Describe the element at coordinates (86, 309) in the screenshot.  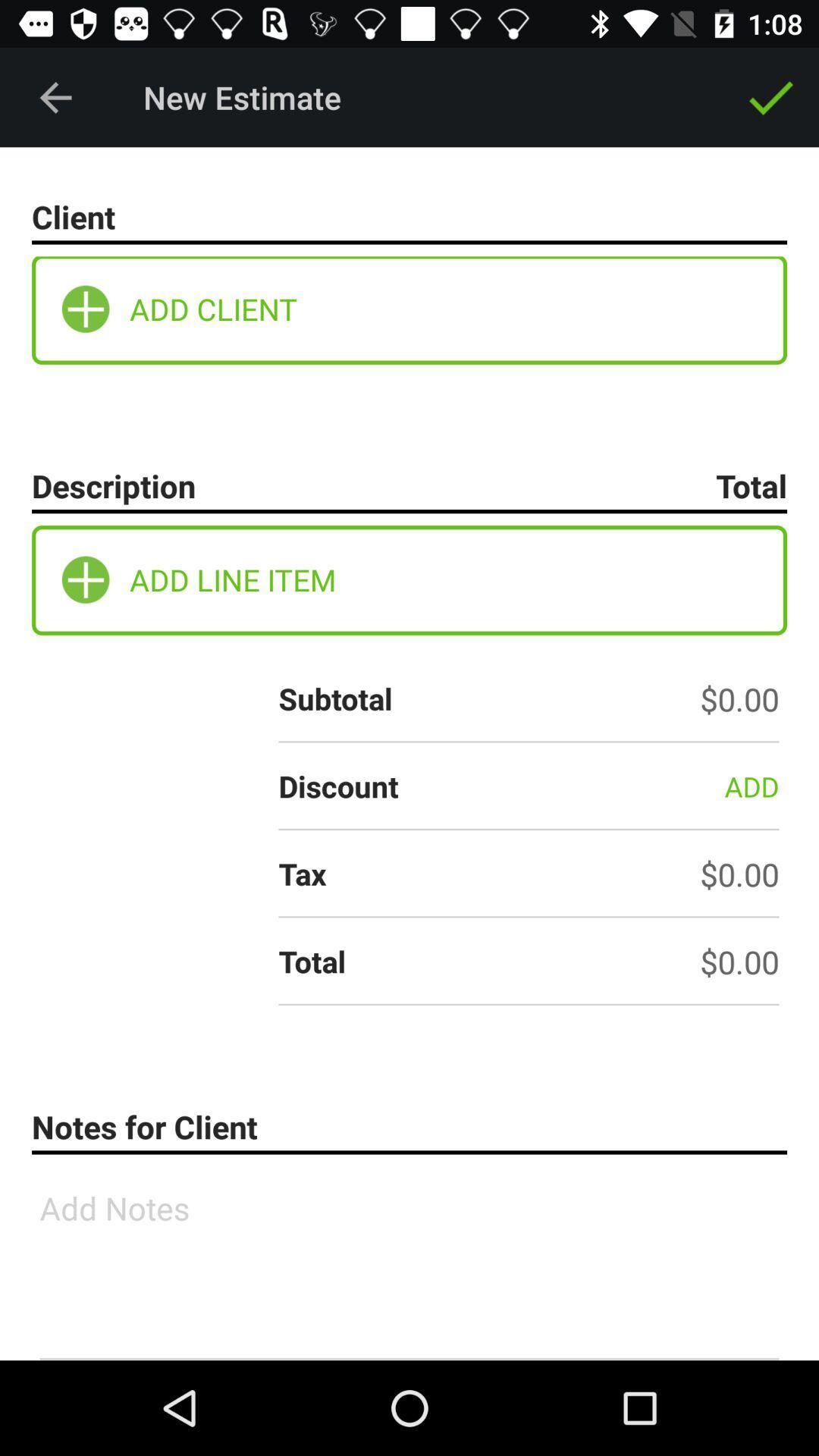
I see `under client` at that location.